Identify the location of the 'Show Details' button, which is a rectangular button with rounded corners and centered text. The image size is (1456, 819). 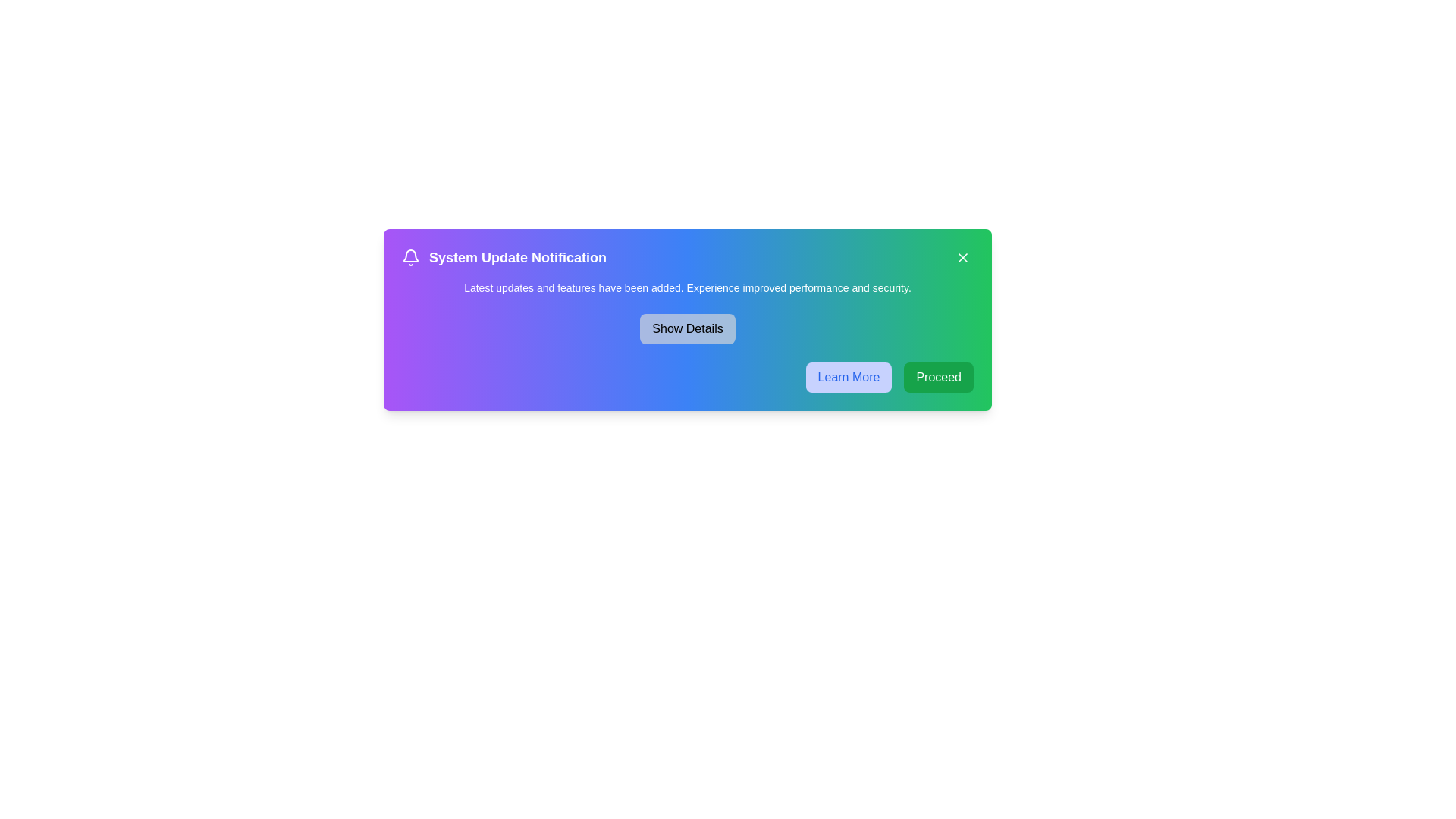
(687, 328).